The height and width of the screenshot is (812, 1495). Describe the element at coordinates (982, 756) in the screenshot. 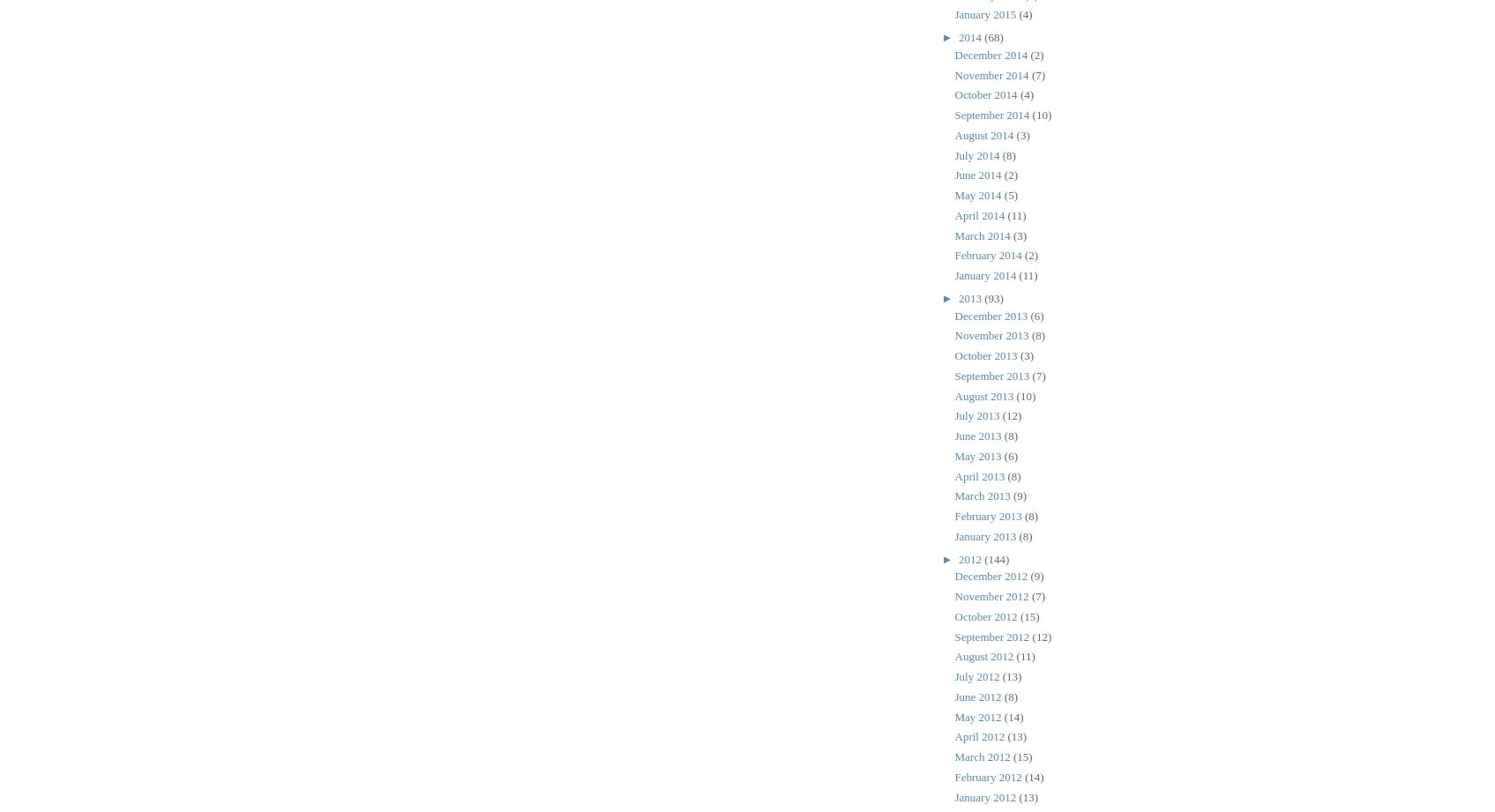

I see `'March 2012'` at that location.